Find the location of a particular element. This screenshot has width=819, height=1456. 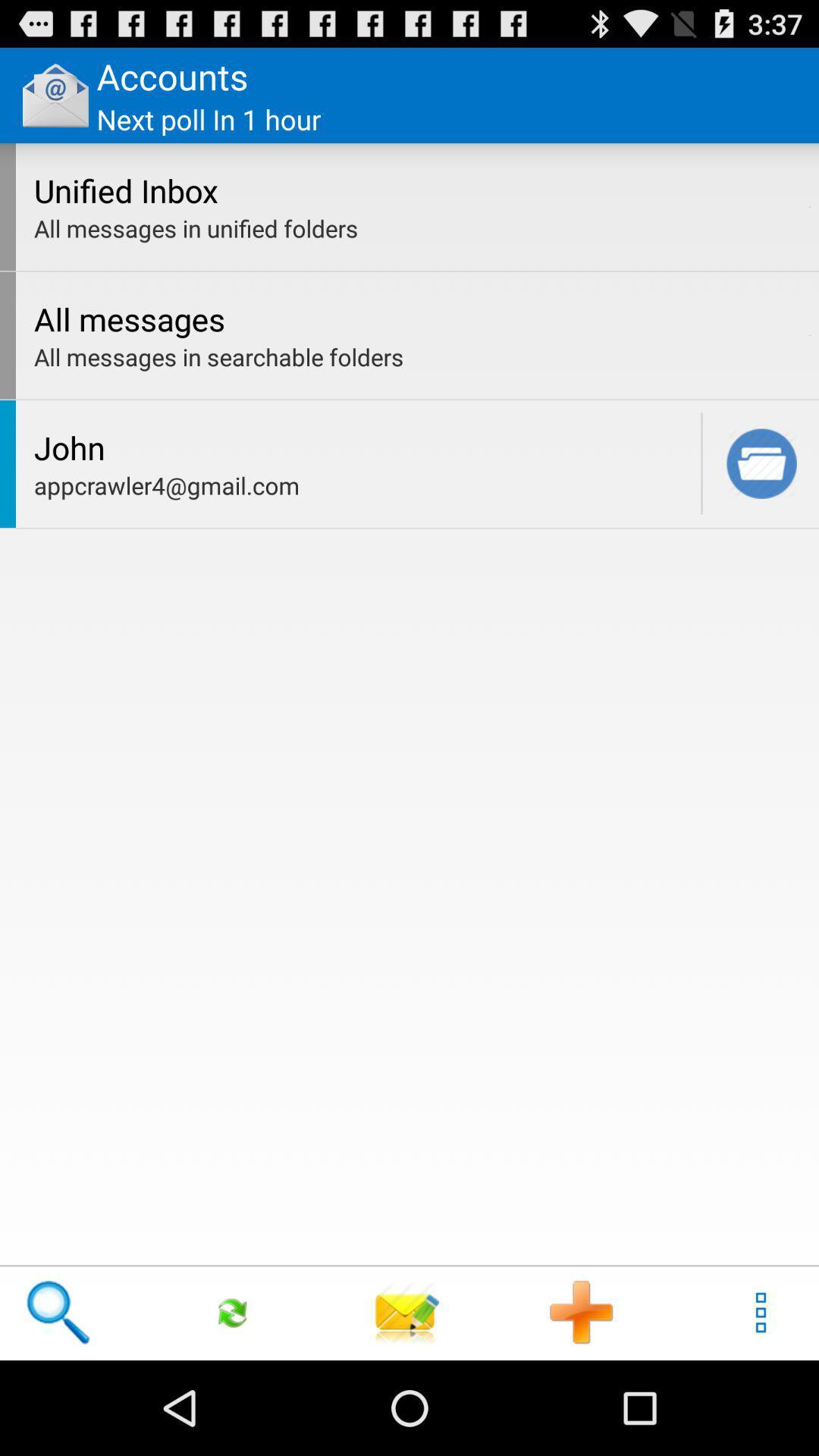

john is located at coordinates (363, 447).